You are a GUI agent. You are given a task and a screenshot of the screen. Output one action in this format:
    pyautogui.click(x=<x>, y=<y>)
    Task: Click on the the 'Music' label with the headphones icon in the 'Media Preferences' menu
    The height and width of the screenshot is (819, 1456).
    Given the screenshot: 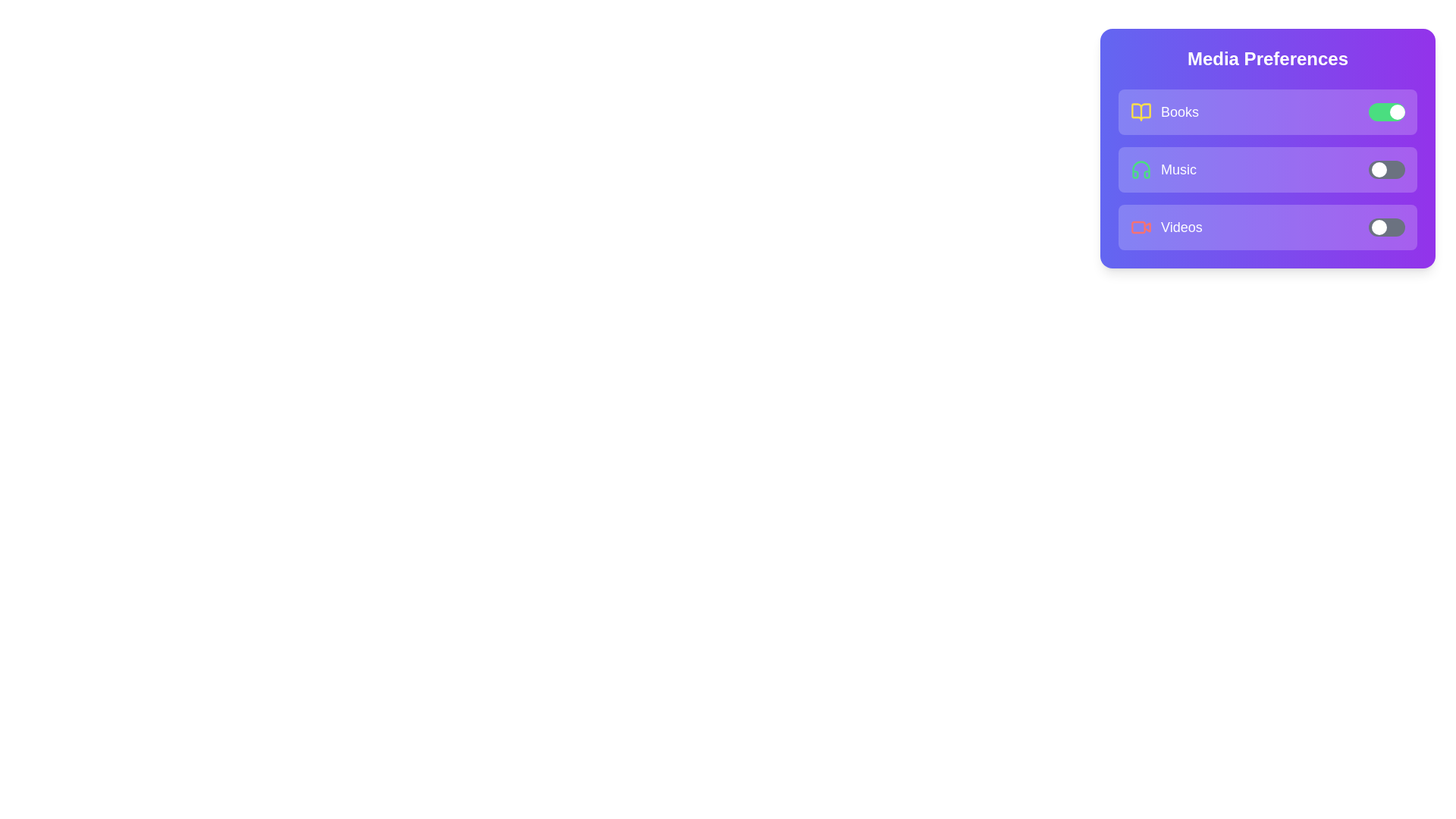 What is the action you would take?
    pyautogui.click(x=1163, y=169)
    